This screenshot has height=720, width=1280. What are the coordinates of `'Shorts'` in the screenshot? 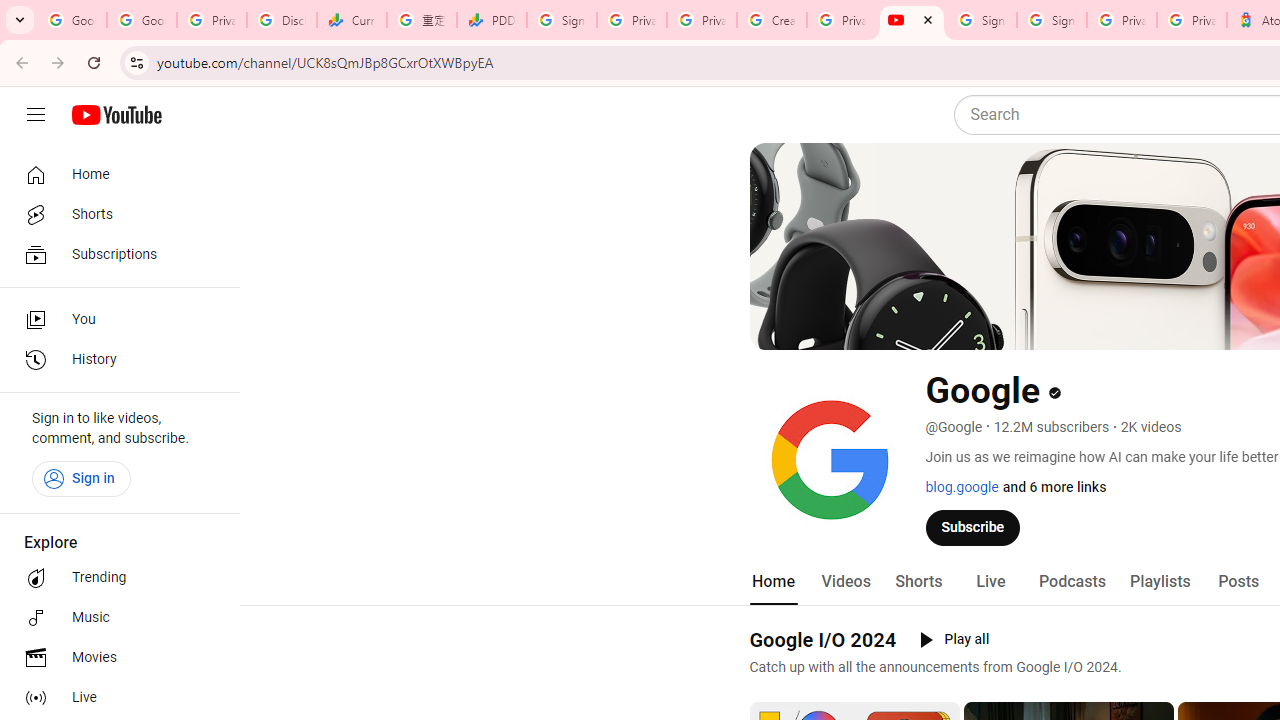 It's located at (917, 581).